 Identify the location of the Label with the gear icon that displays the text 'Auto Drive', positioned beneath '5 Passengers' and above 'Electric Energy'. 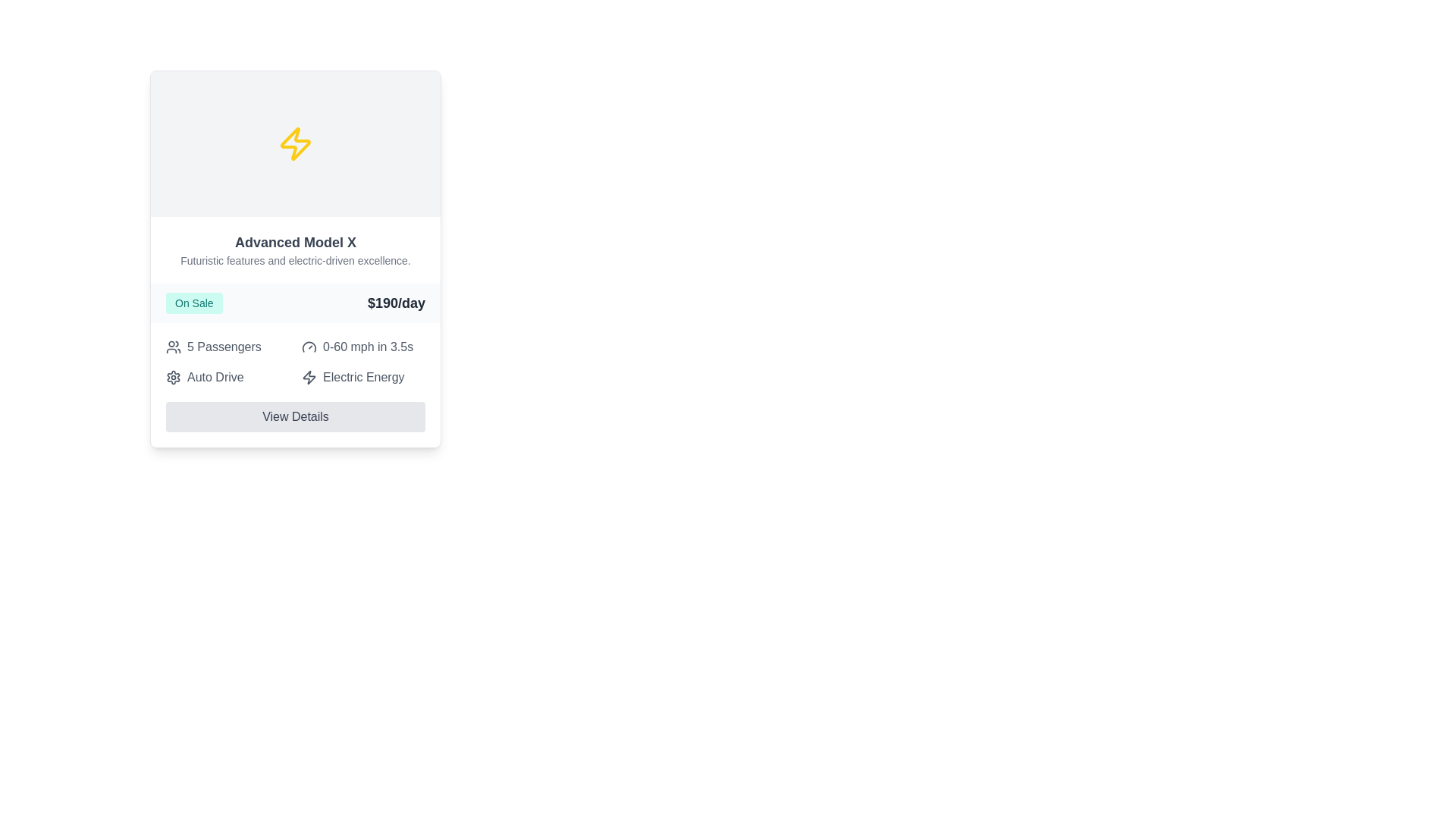
(227, 376).